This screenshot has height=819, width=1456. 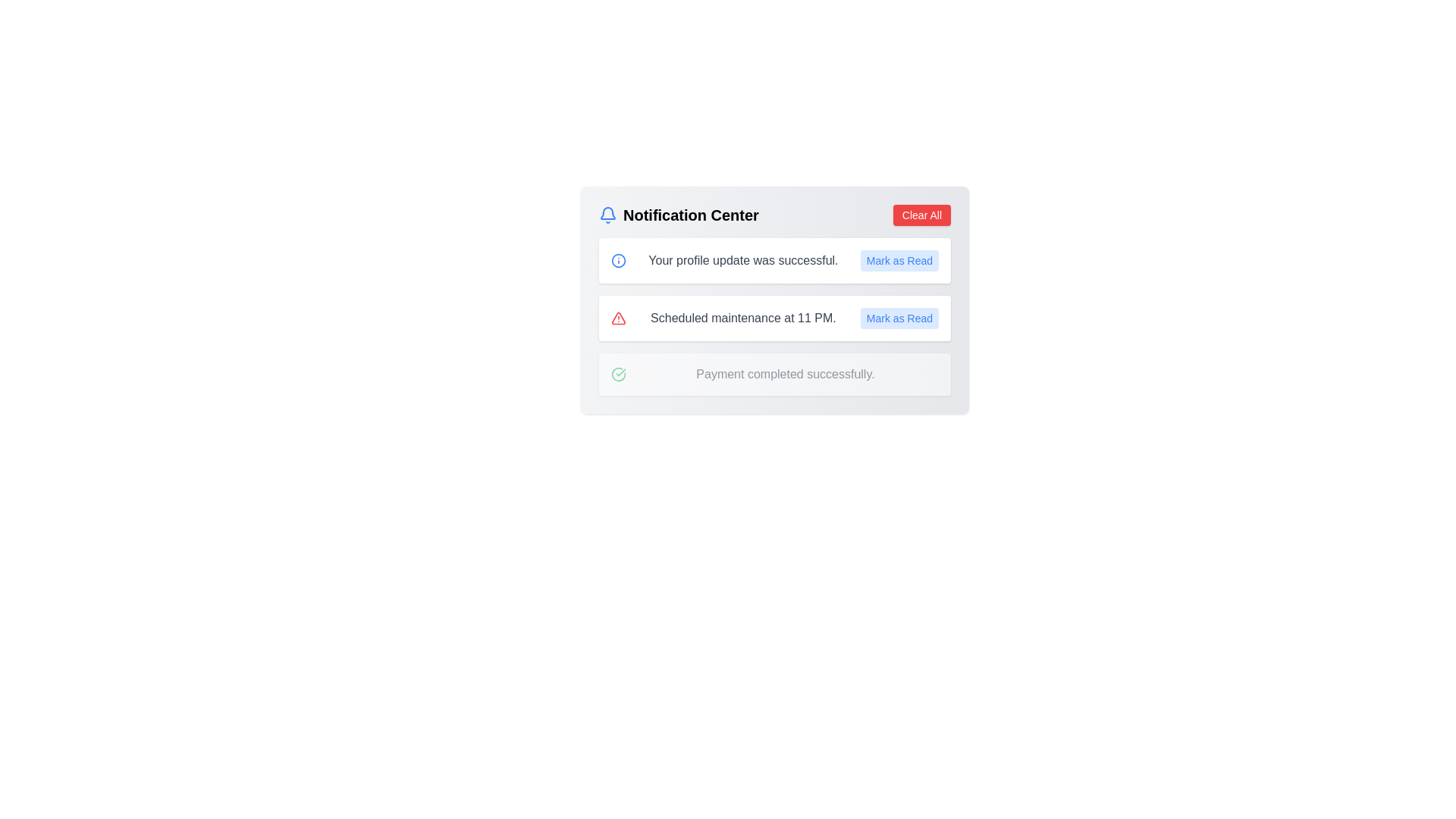 I want to click on the Label or Header Text located at the top-left portion of the notification center panel, which is adjacent to a notification bell icon on the left and a 'Clear All' button on the right, so click(x=690, y=215).